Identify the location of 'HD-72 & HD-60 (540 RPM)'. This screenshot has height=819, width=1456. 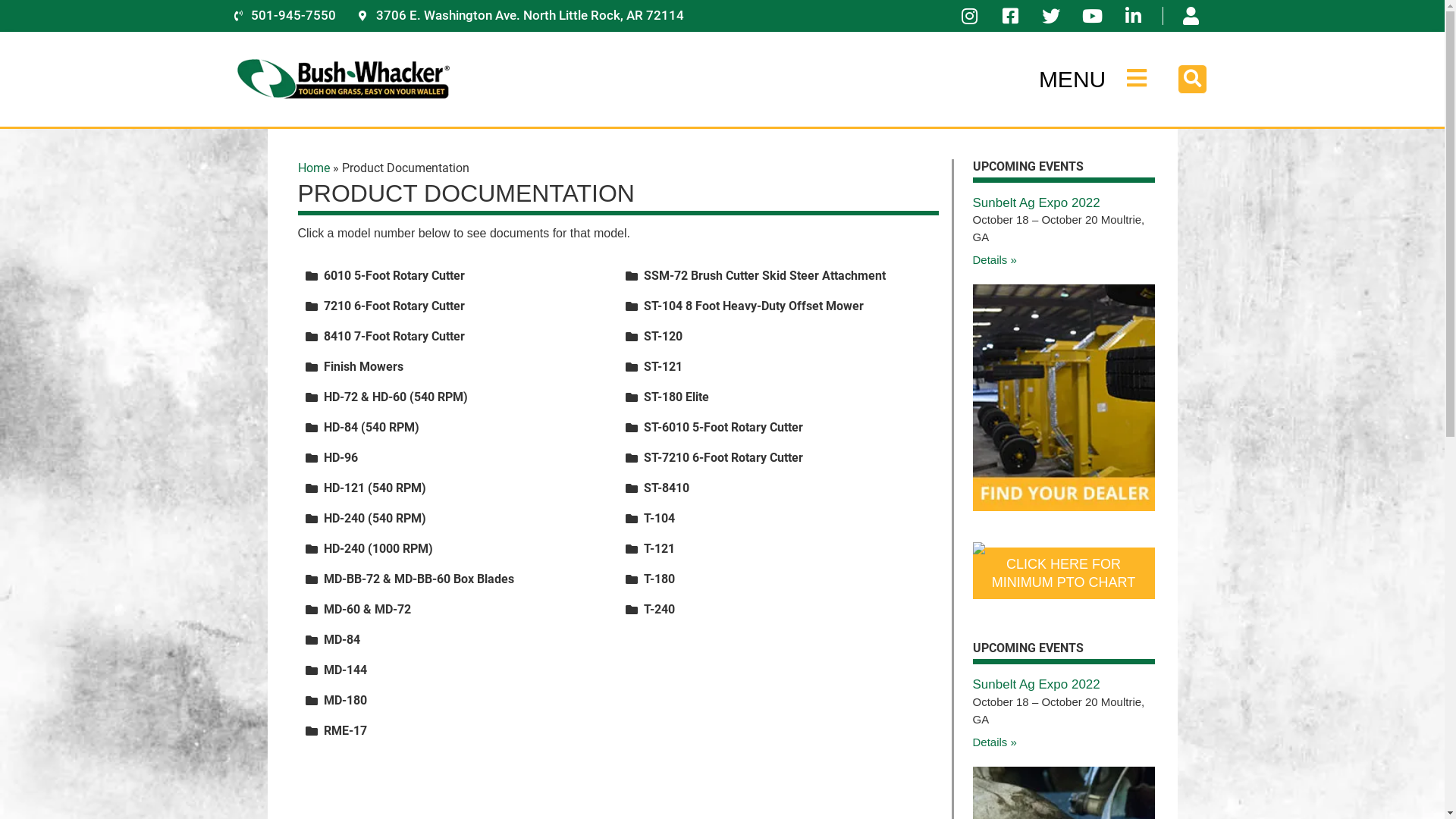
(395, 396).